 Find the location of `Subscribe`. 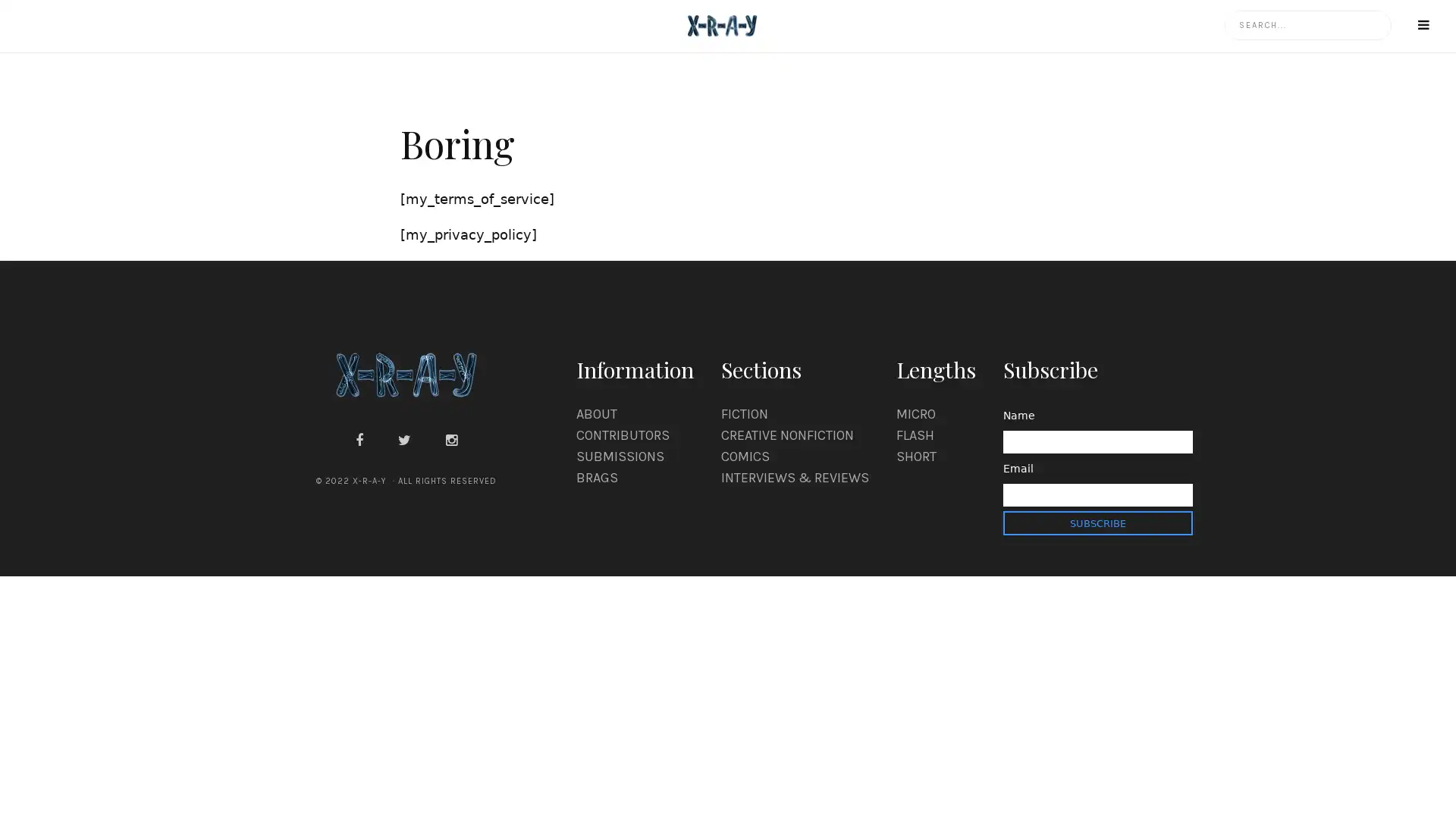

Subscribe is located at coordinates (1097, 522).